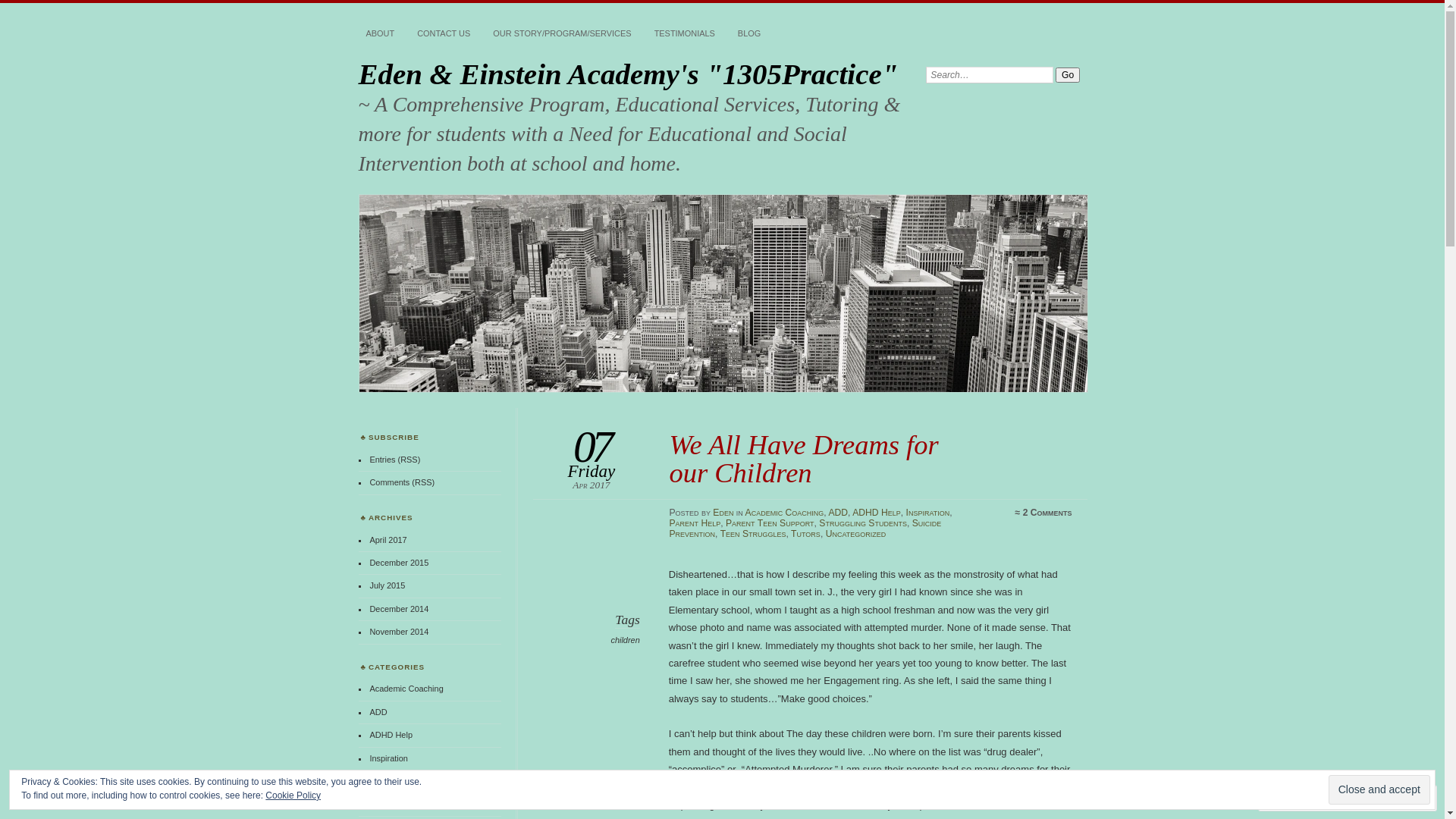  I want to click on 'Suicide Prevention', so click(804, 528).